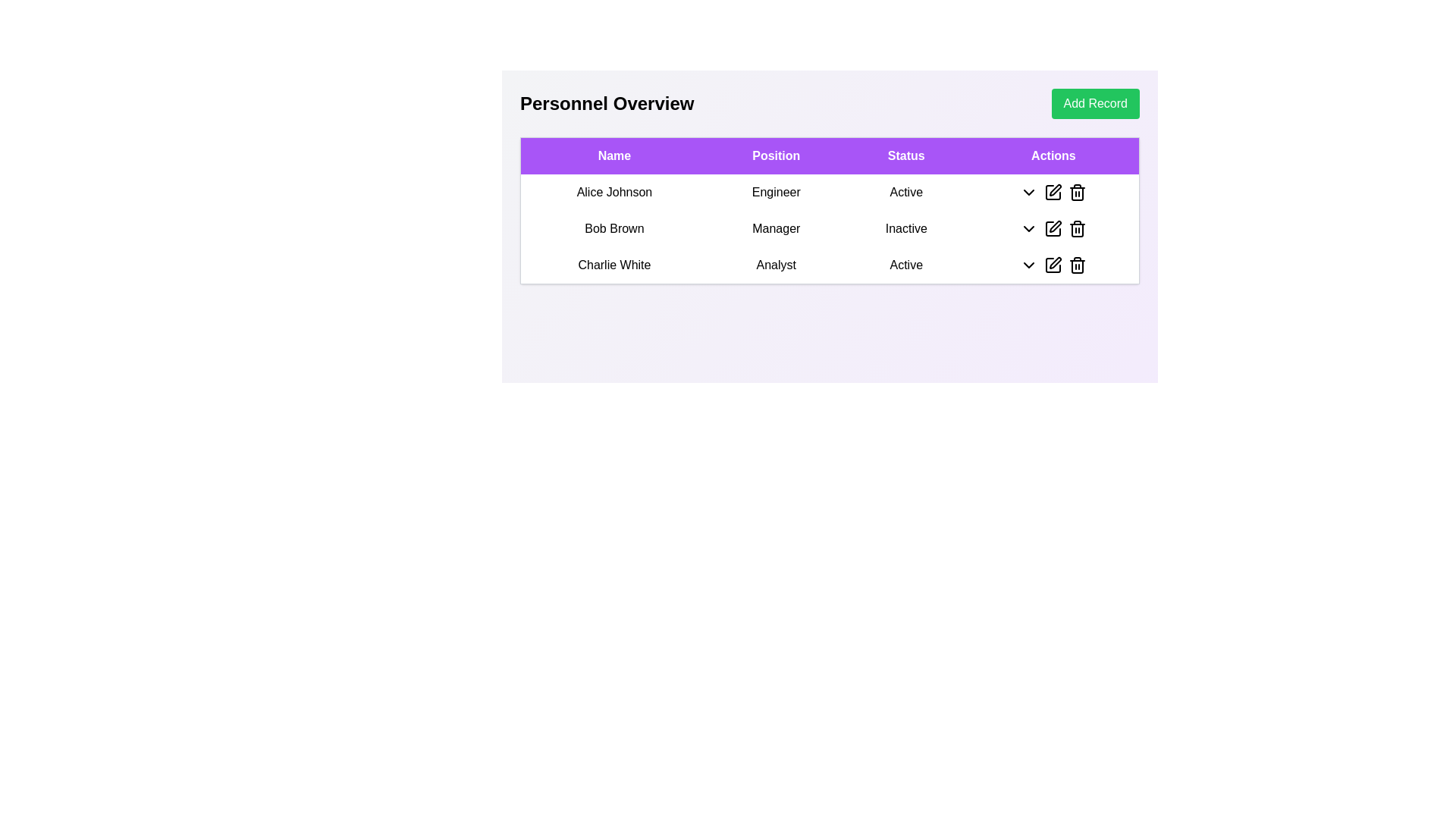 The height and width of the screenshot is (819, 1456). What do you see at coordinates (776, 228) in the screenshot?
I see `the text label displaying 'Manager' located in the second row of the table under the 'Position' column, positioned between 'Bob Brown' and 'Inactive'` at bounding box center [776, 228].